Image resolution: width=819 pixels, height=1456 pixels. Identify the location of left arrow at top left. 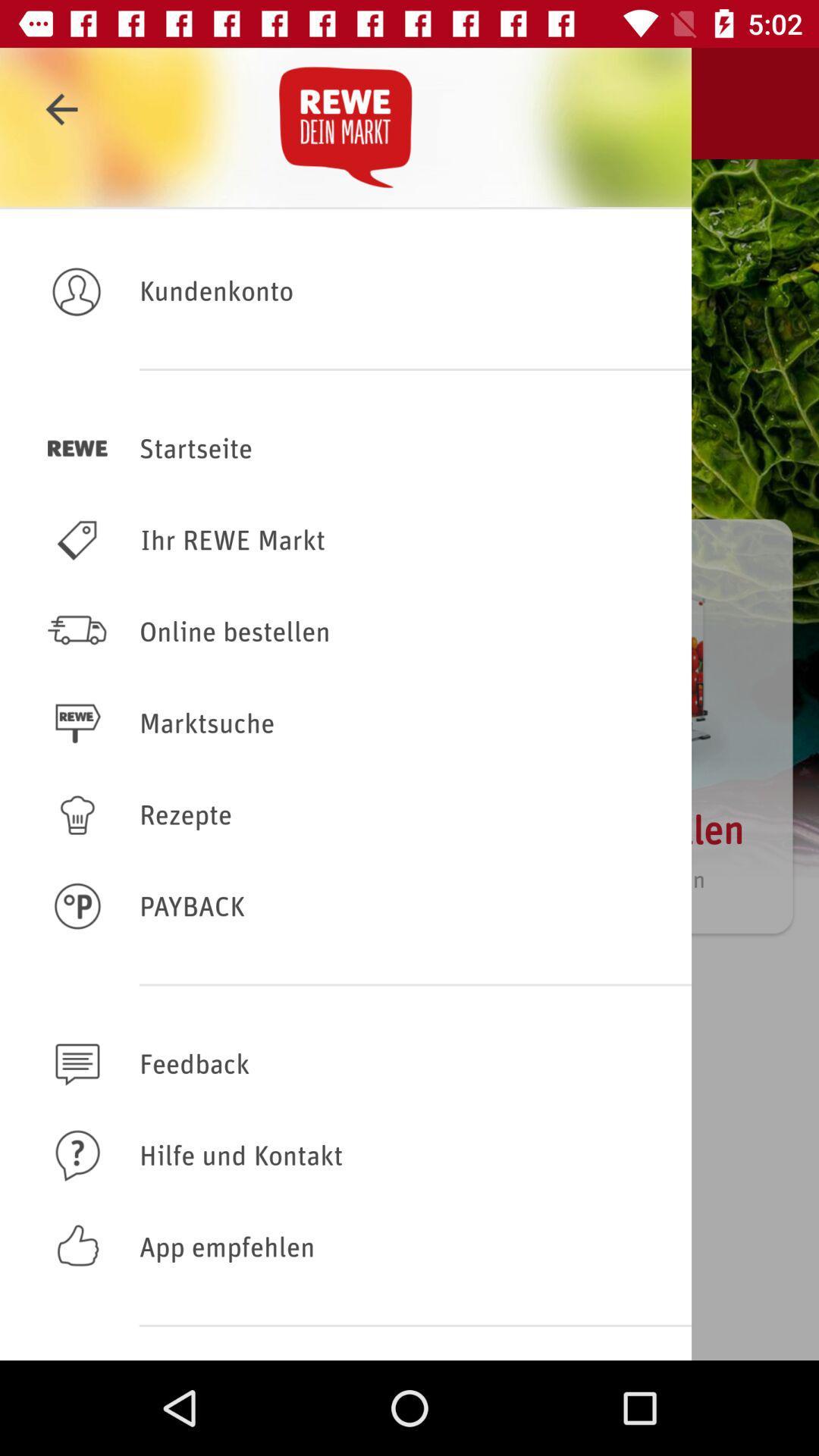
(61, 108).